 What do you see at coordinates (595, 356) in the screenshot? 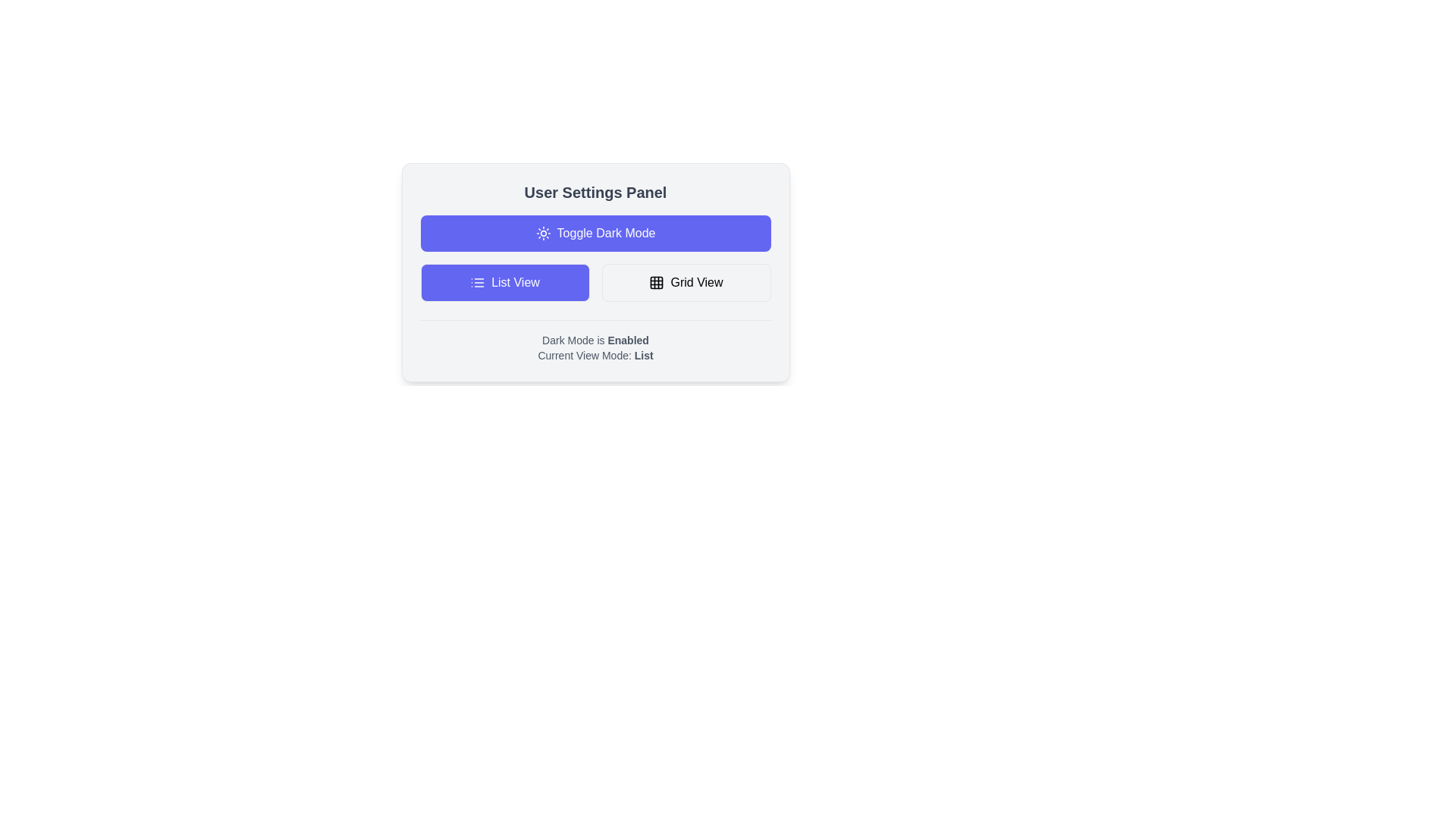
I see `the Text label that displays the current view mode setting, indicating it is set to 'List', located below the 'Dark Mode is Enabled' text` at bounding box center [595, 356].